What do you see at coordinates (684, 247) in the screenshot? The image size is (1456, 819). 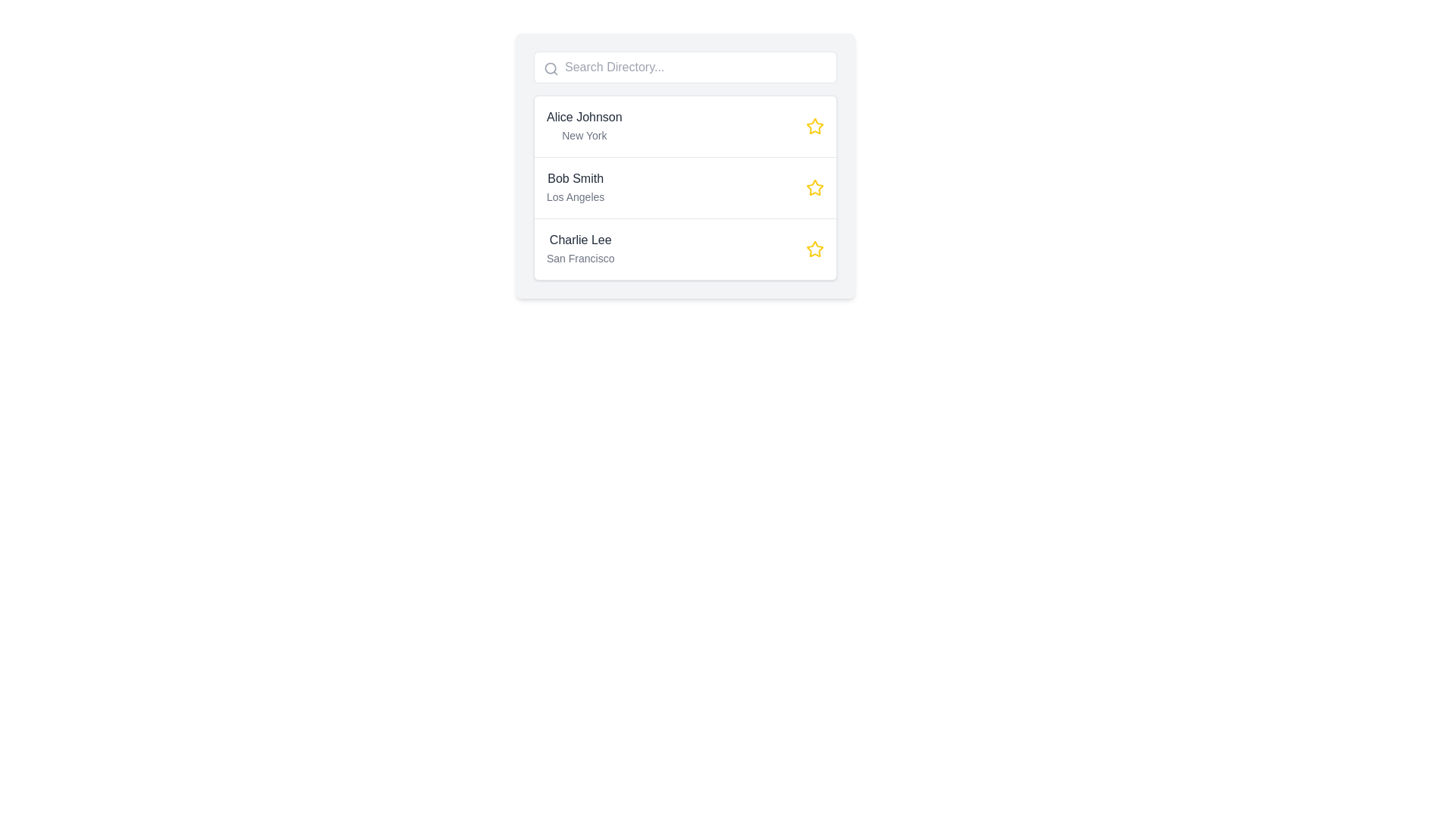 I see `the third selectable item in the directory list, located below 'Bob Smith'` at bounding box center [684, 247].